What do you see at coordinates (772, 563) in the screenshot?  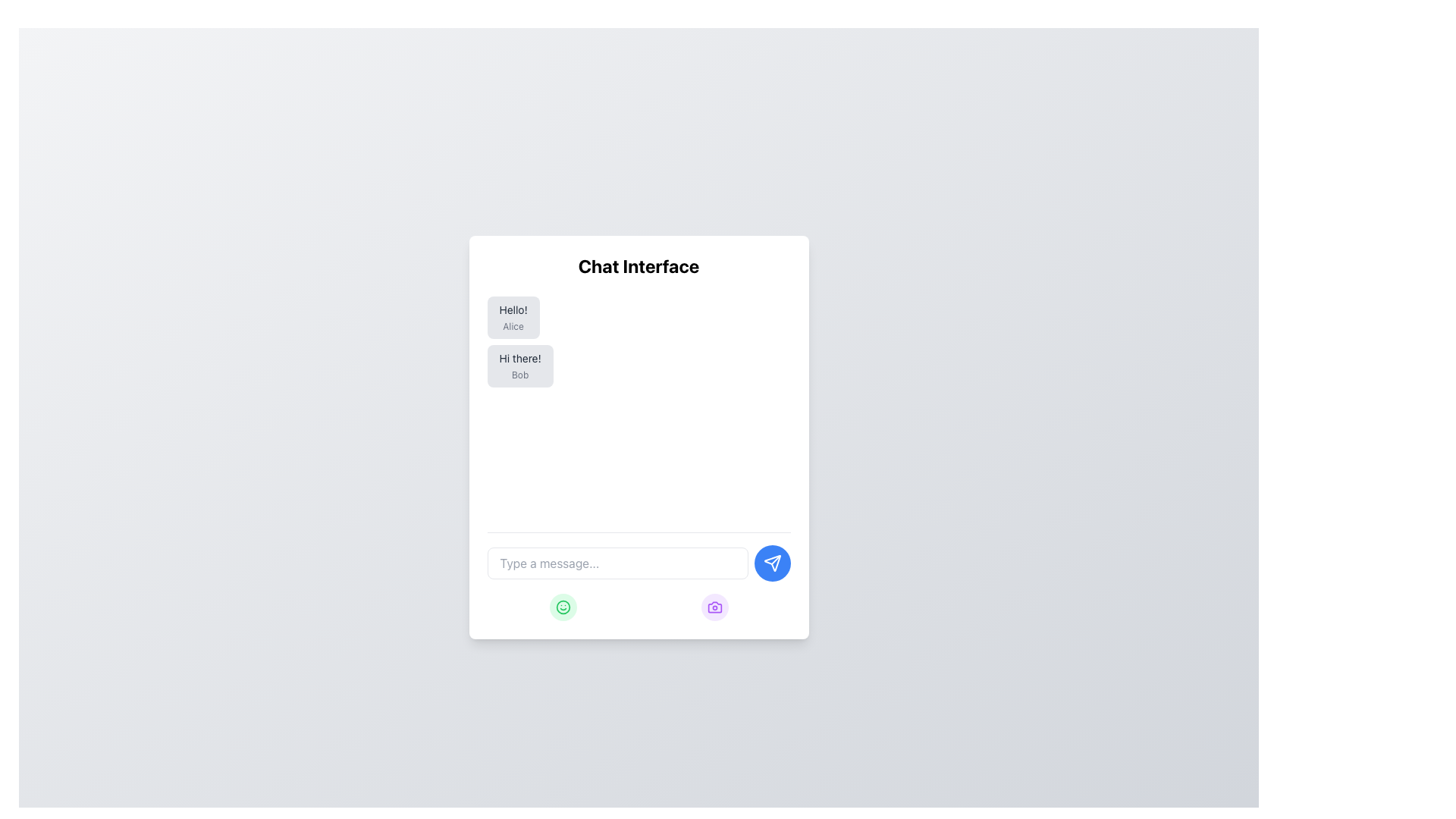 I see `the send button located at the lower-right corner of the chat interface` at bounding box center [772, 563].